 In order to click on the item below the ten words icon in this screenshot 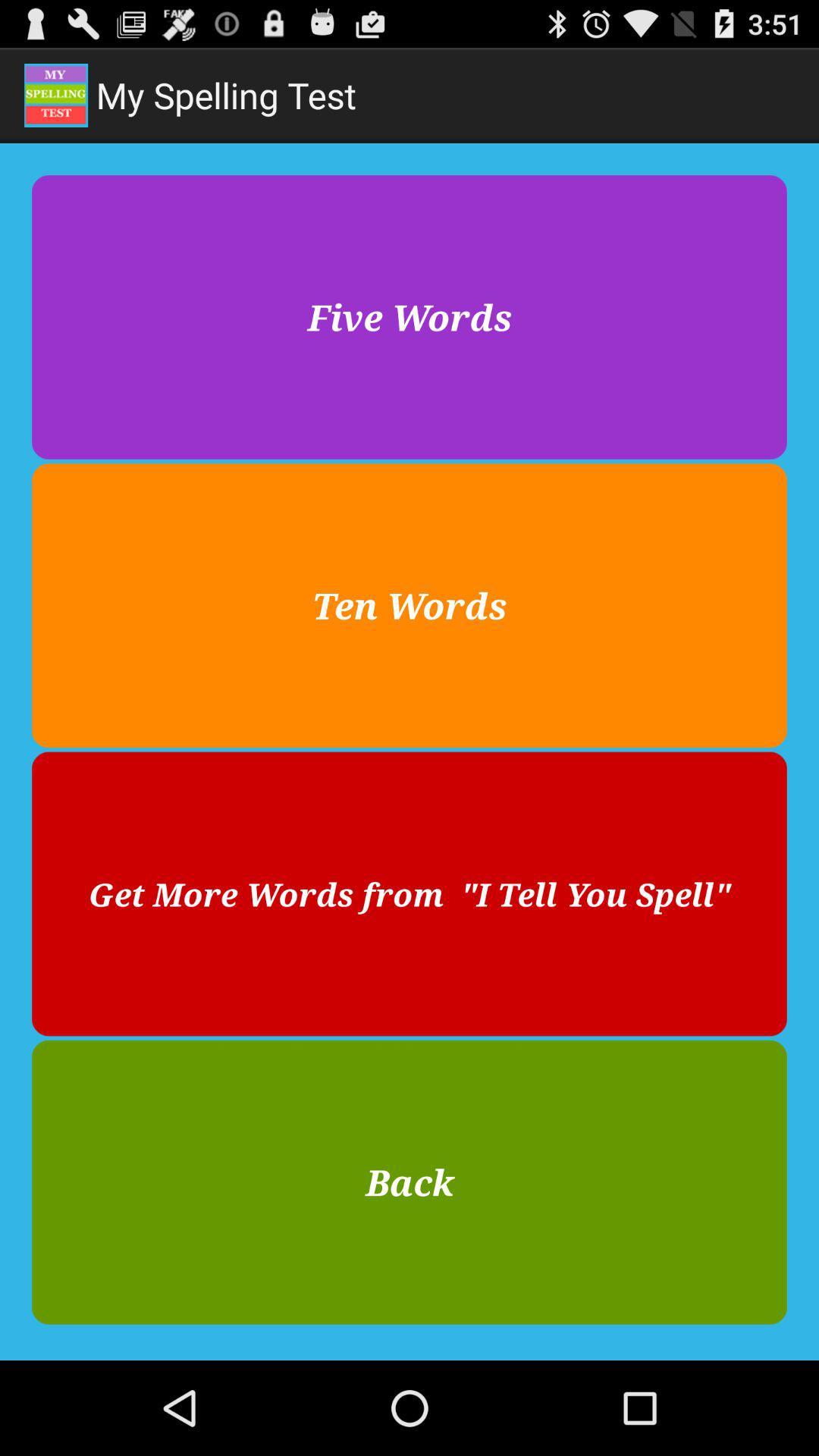, I will do `click(409, 894)`.